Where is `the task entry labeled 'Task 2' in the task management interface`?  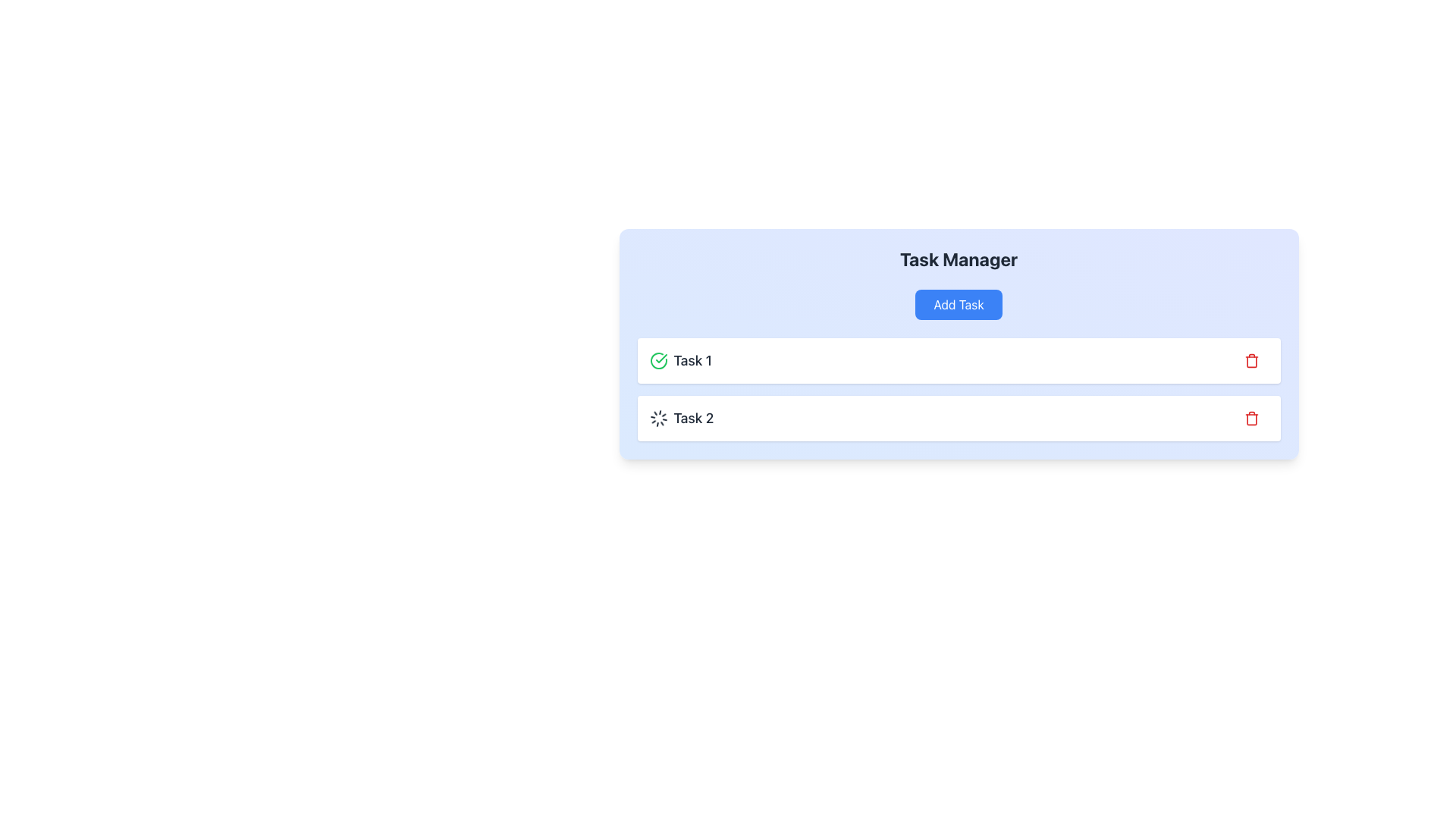 the task entry labeled 'Task 2' in the task management interface is located at coordinates (958, 418).